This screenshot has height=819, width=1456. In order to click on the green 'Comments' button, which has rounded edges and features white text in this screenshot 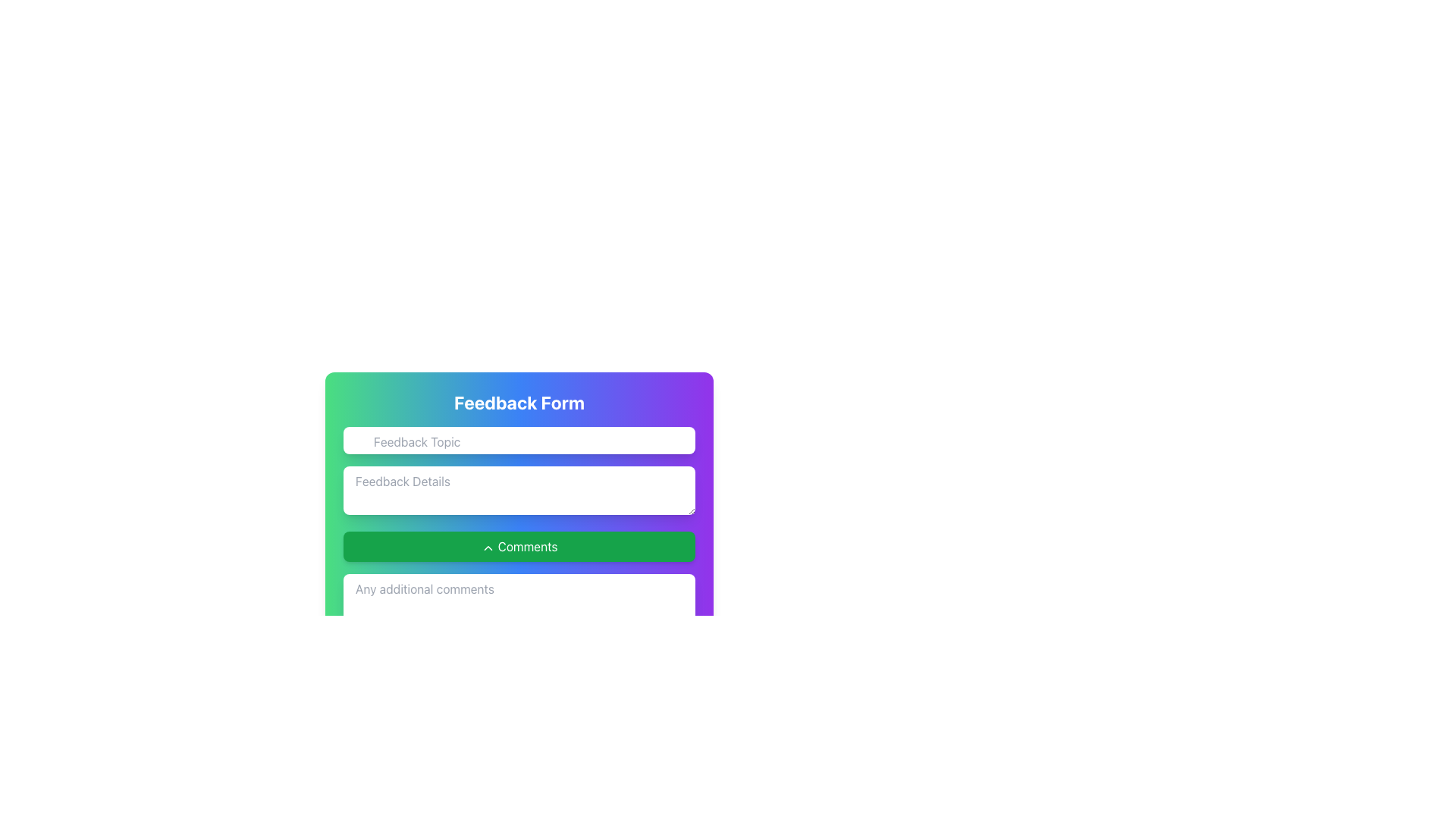, I will do `click(519, 547)`.